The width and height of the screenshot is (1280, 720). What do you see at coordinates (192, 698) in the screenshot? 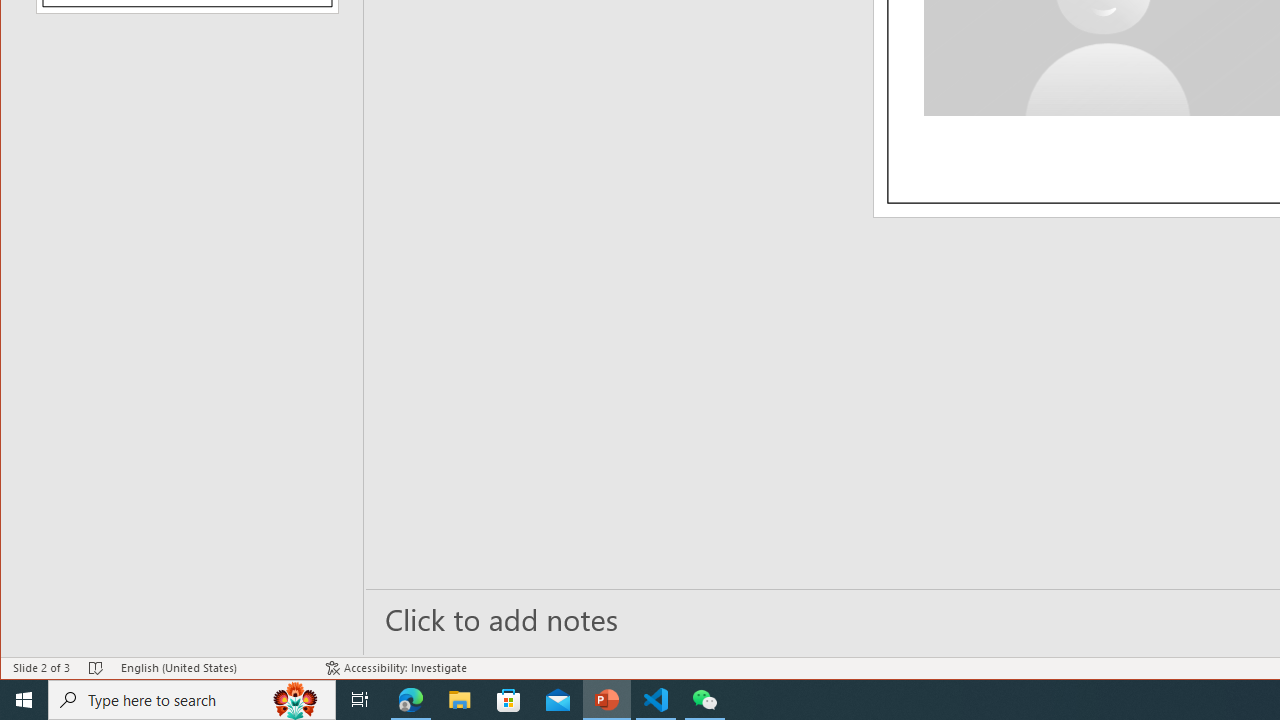
I see `'Type here to search'` at bounding box center [192, 698].